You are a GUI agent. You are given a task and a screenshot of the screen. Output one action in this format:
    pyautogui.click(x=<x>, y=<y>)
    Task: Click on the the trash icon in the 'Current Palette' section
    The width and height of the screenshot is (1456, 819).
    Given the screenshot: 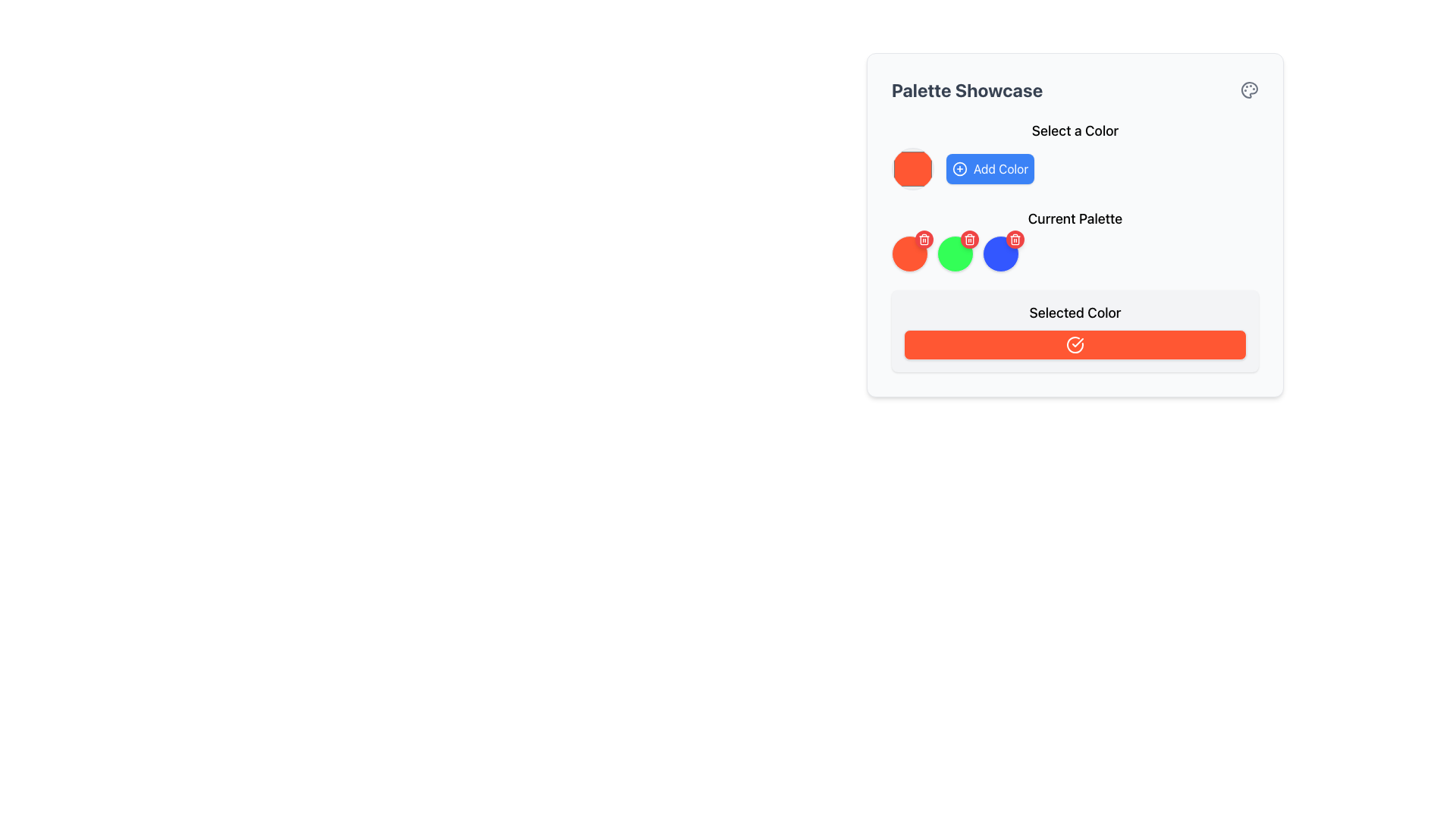 What is the action you would take?
    pyautogui.click(x=1015, y=239)
    